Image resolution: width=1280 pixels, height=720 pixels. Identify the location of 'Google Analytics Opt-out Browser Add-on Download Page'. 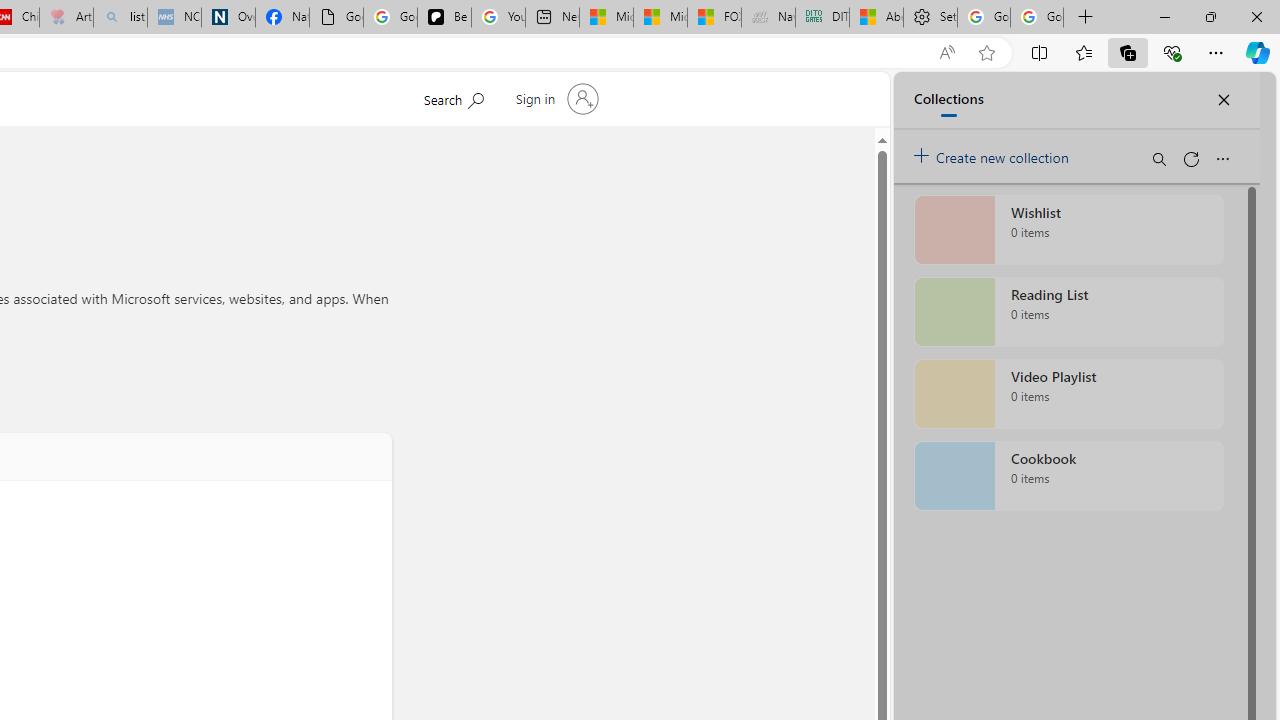
(336, 17).